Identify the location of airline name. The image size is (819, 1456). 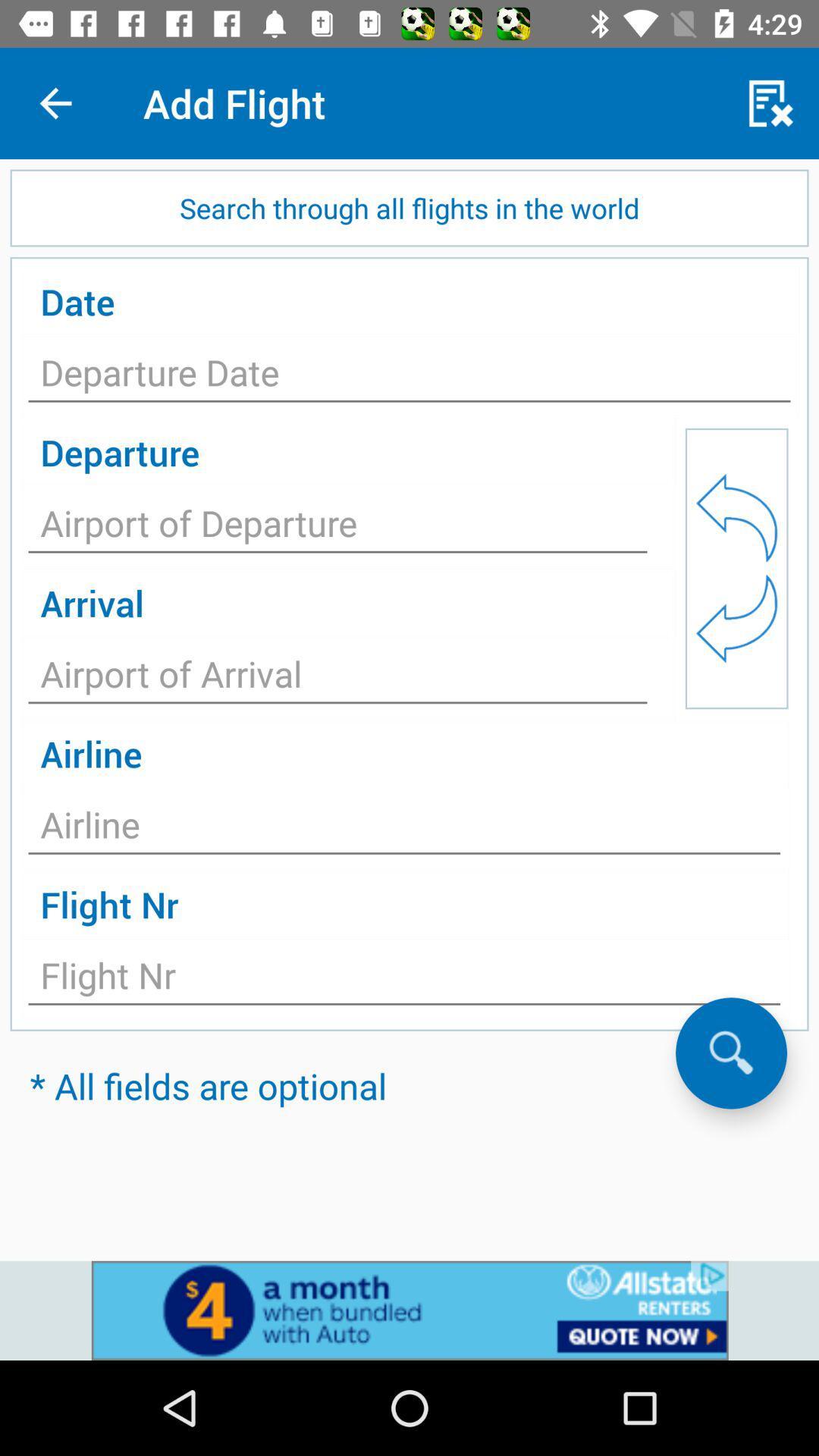
(403, 828).